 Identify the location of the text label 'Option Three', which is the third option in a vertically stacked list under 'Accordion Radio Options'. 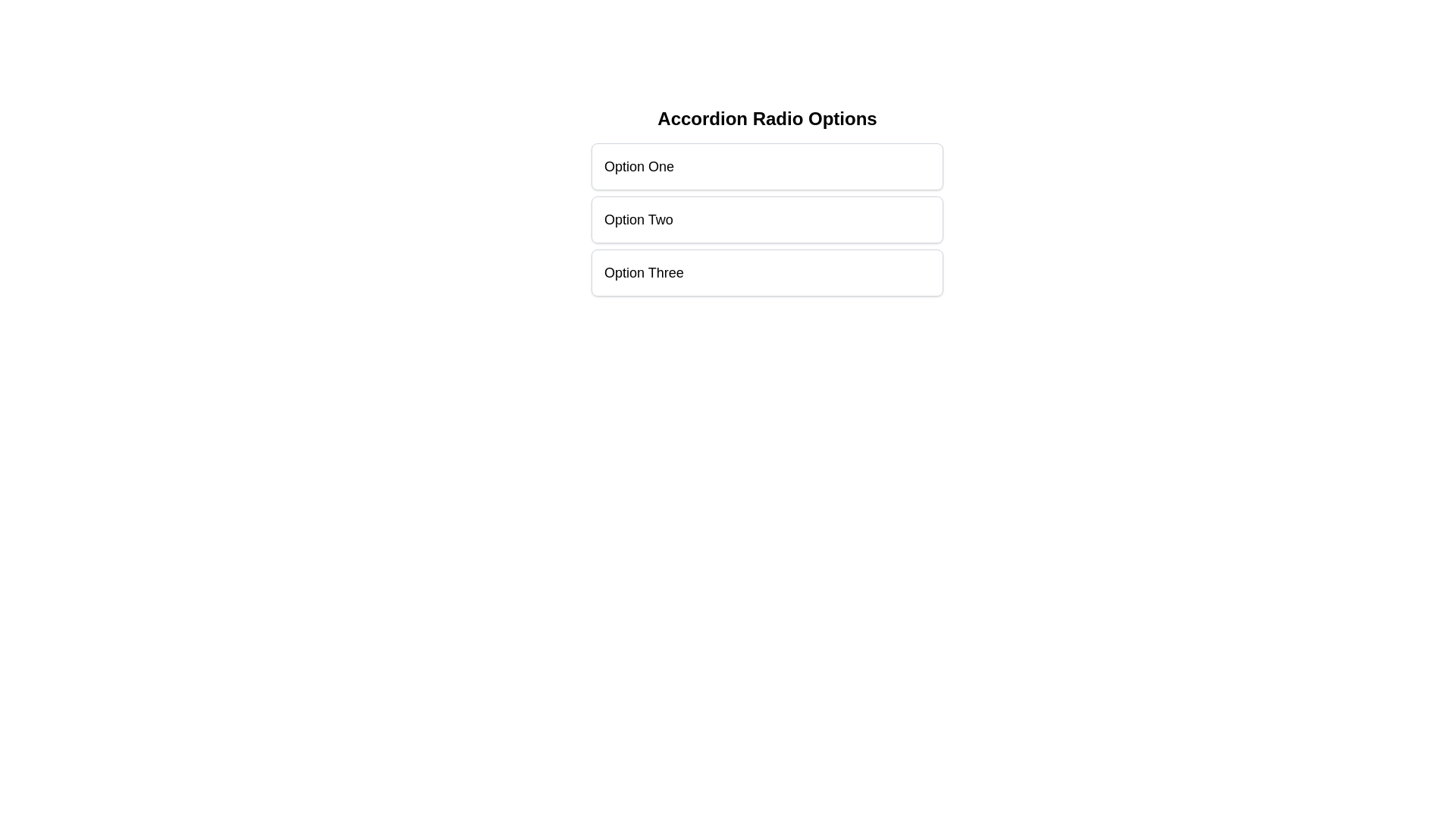
(644, 271).